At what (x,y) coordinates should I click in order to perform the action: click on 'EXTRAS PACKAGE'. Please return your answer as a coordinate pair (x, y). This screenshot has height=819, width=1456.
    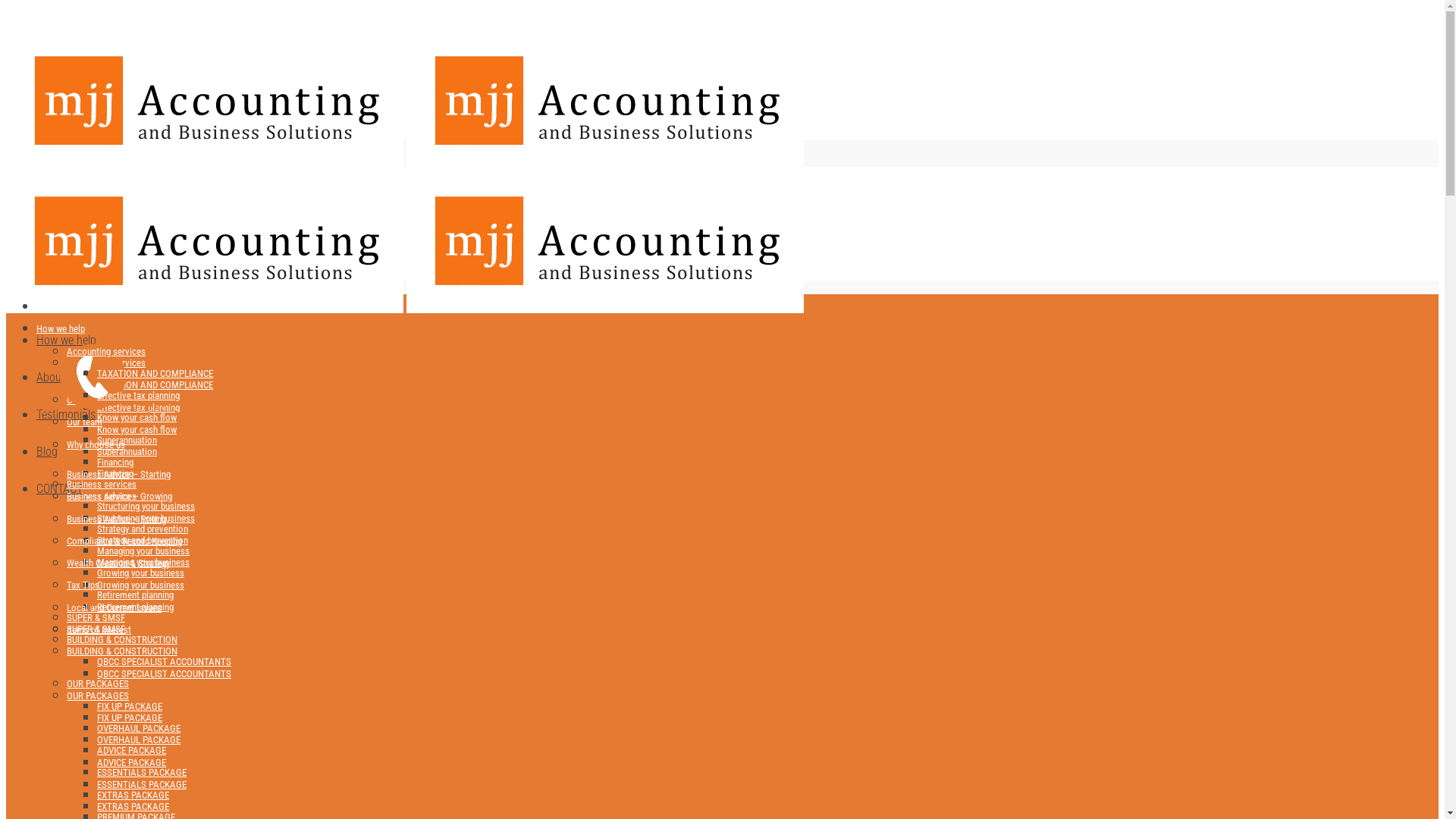
    Looking at the image, I should click on (133, 805).